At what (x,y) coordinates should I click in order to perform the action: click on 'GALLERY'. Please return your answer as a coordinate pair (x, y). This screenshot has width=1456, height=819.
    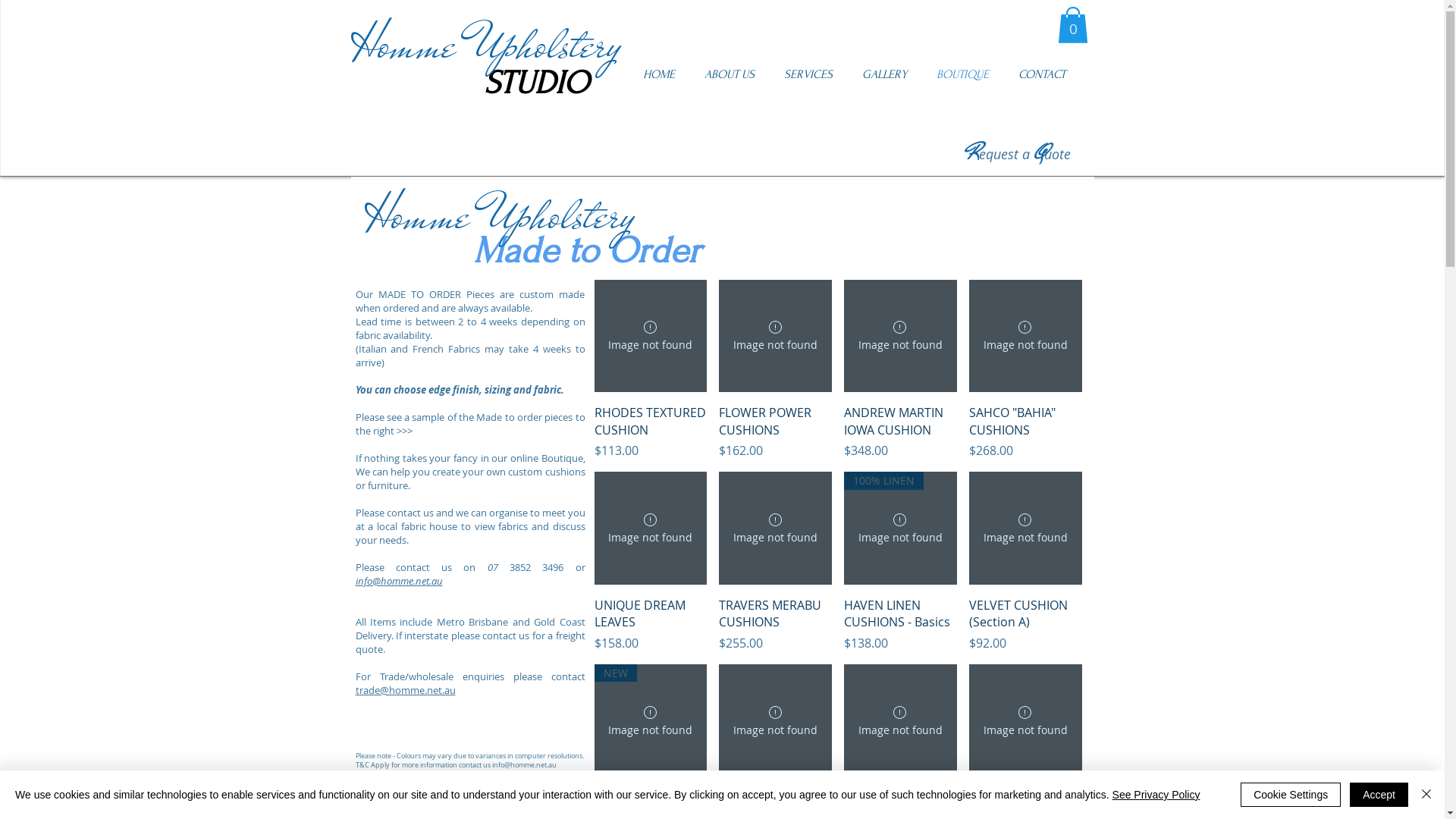
    Looking at the image, I should click on (854, 74).